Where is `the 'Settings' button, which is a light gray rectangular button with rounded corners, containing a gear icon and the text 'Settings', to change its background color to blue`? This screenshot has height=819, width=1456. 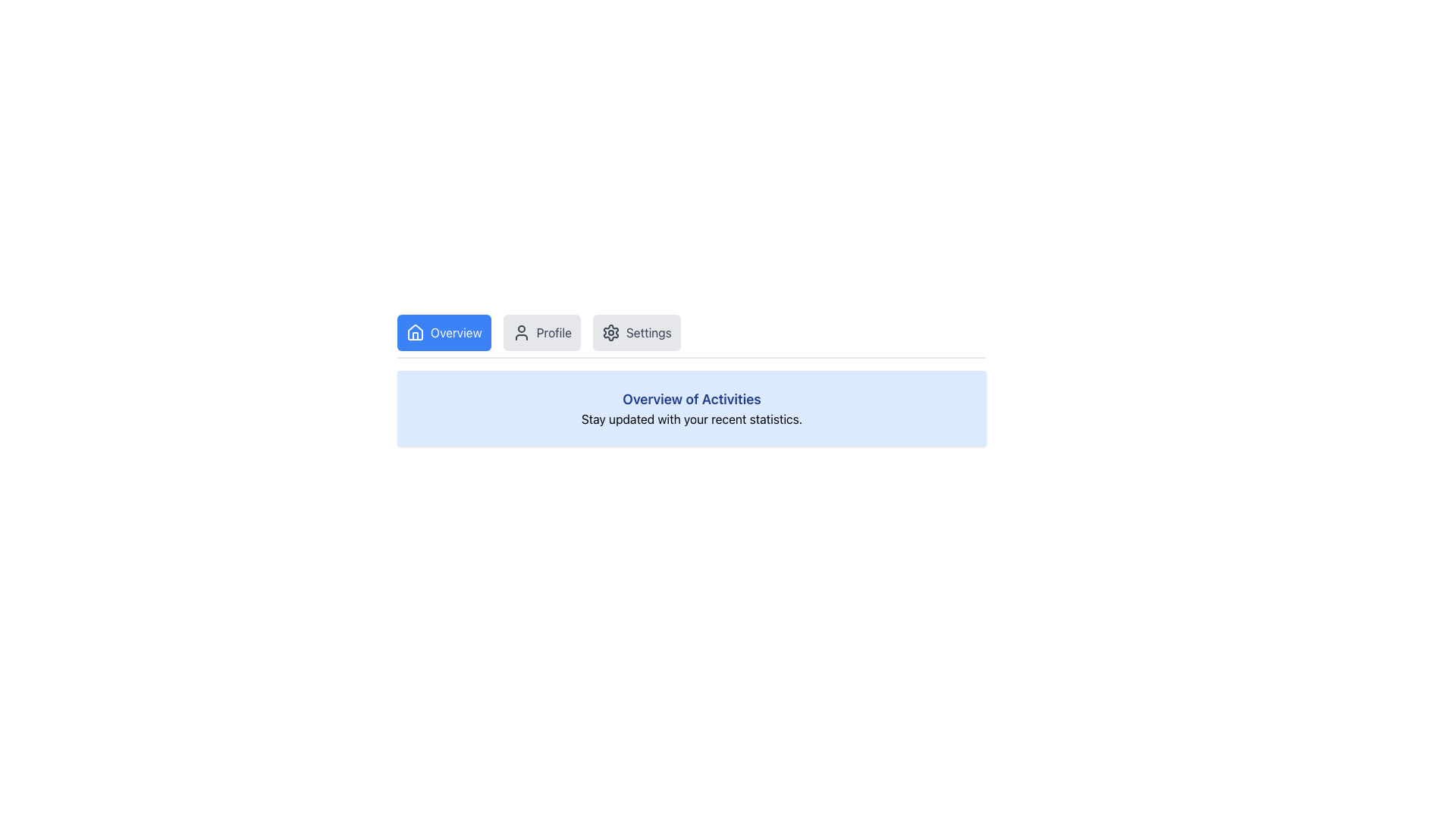 the 'Settings' button, which is a light gray rectangular button with rounded corners, containing a gear icon and the text 'Settings', to change its background color to blue is located at coordinates (636, 332).